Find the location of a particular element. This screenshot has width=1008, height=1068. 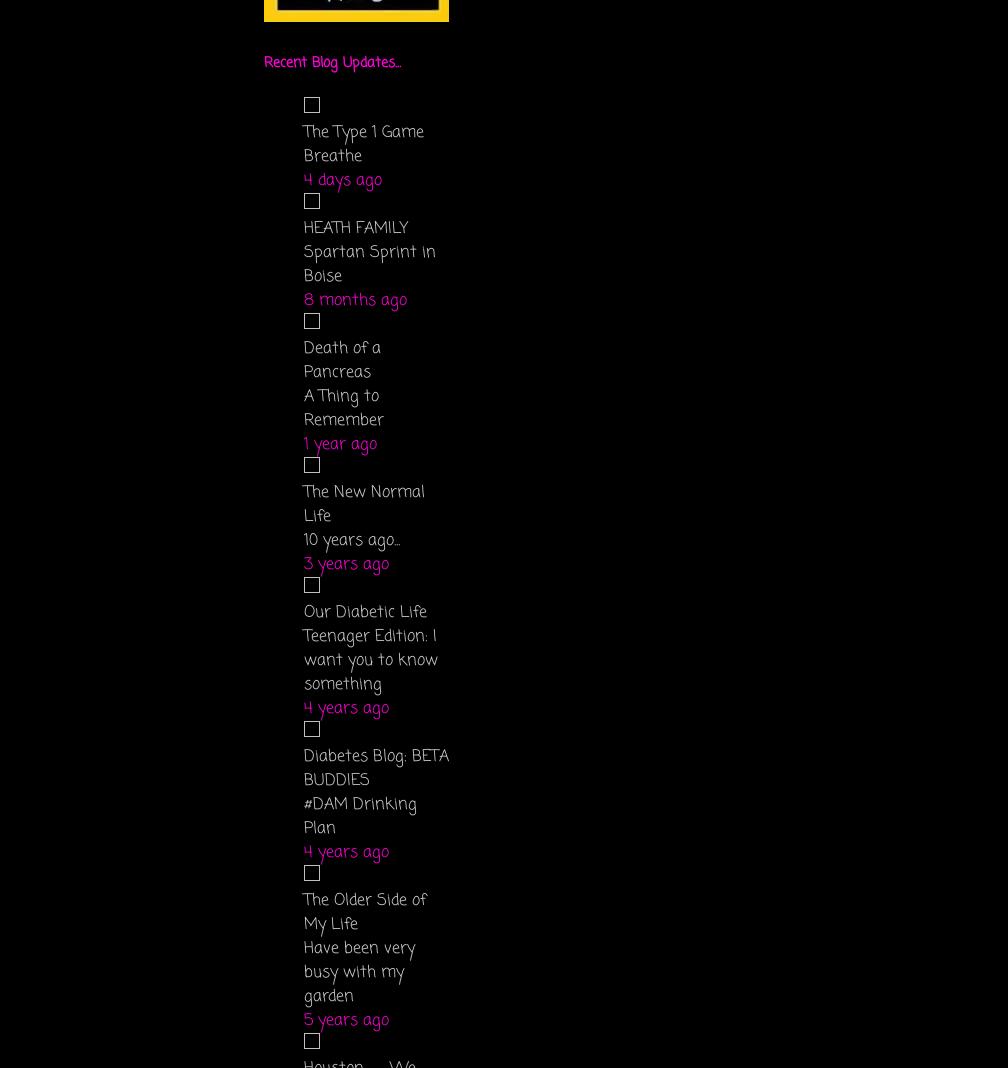

'5 years ago' is located at coordinates (346, 1021).